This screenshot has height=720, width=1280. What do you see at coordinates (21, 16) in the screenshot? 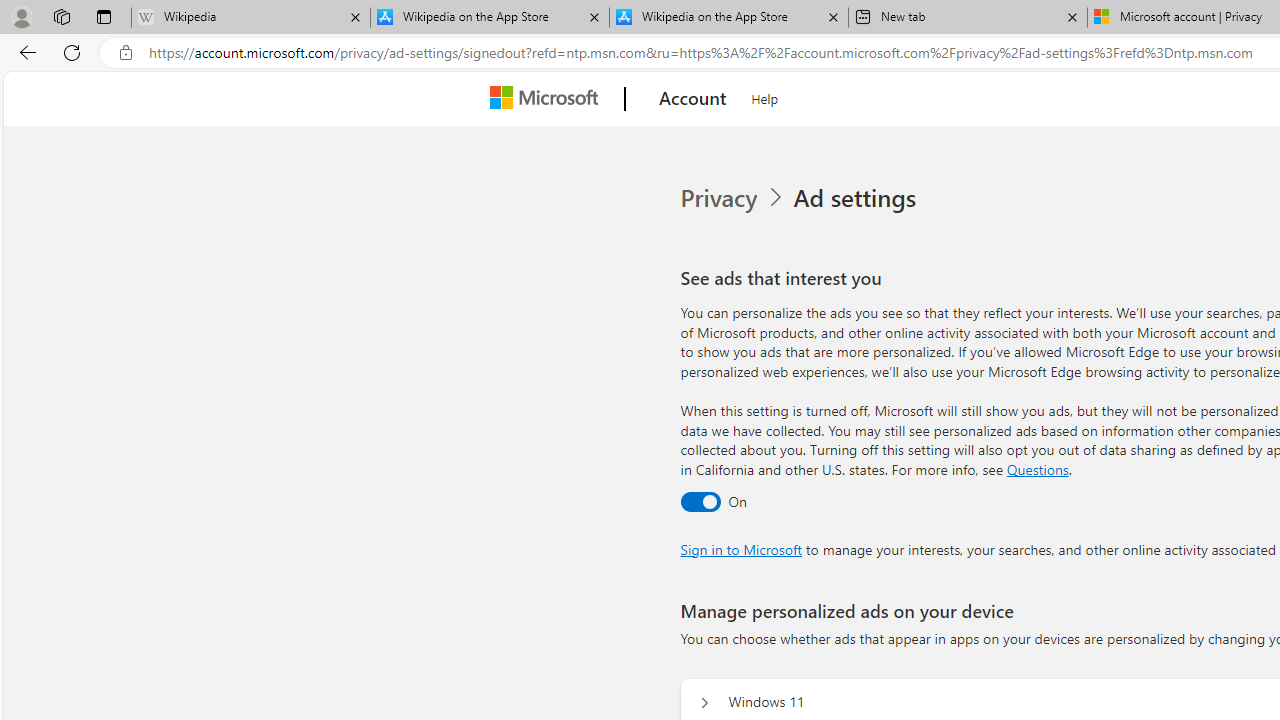
I see `'Personal Profile'` at bounding box center [21, 16].